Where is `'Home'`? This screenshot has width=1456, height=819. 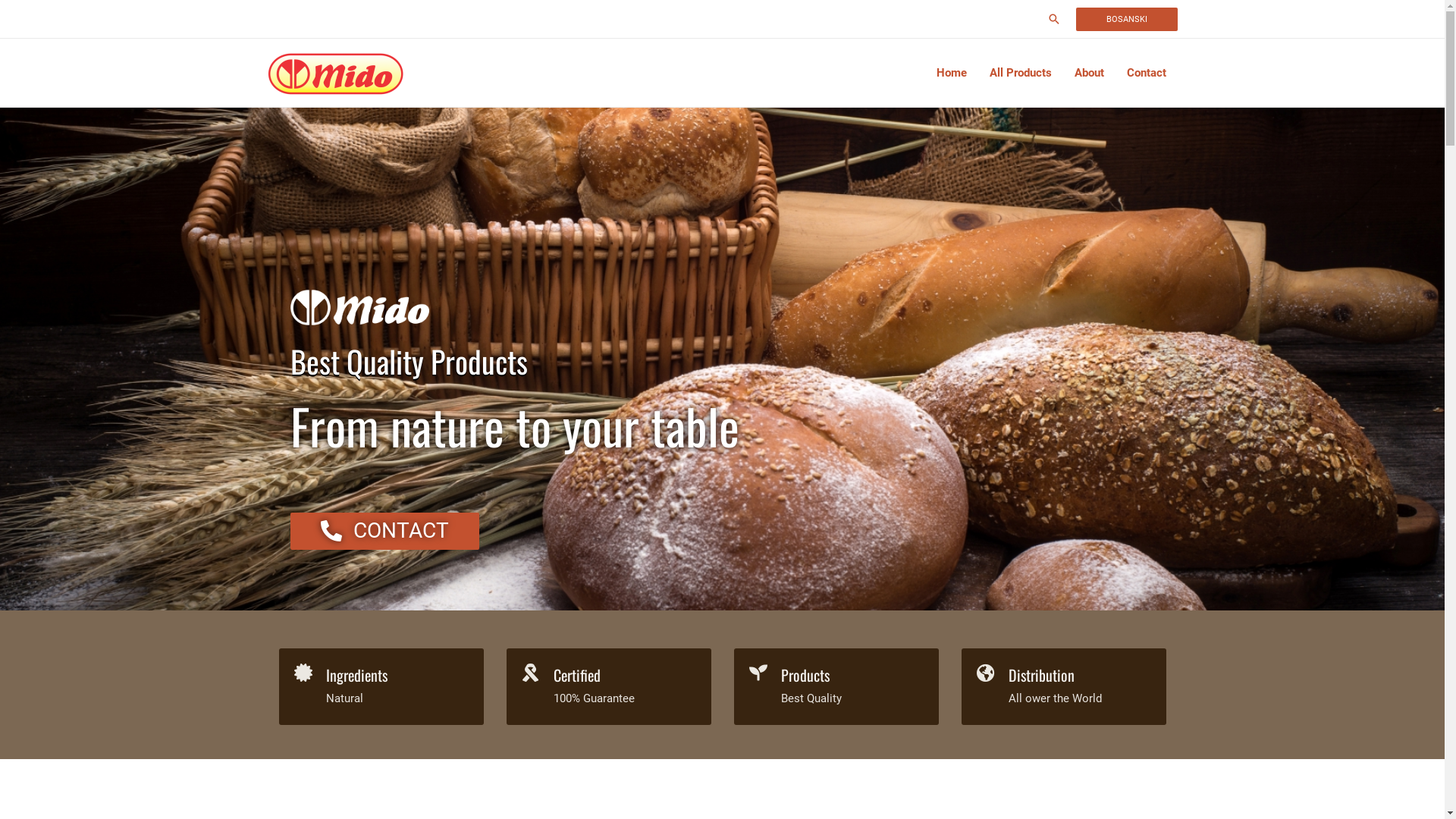
'Home' is located at coordinates (950, 73).